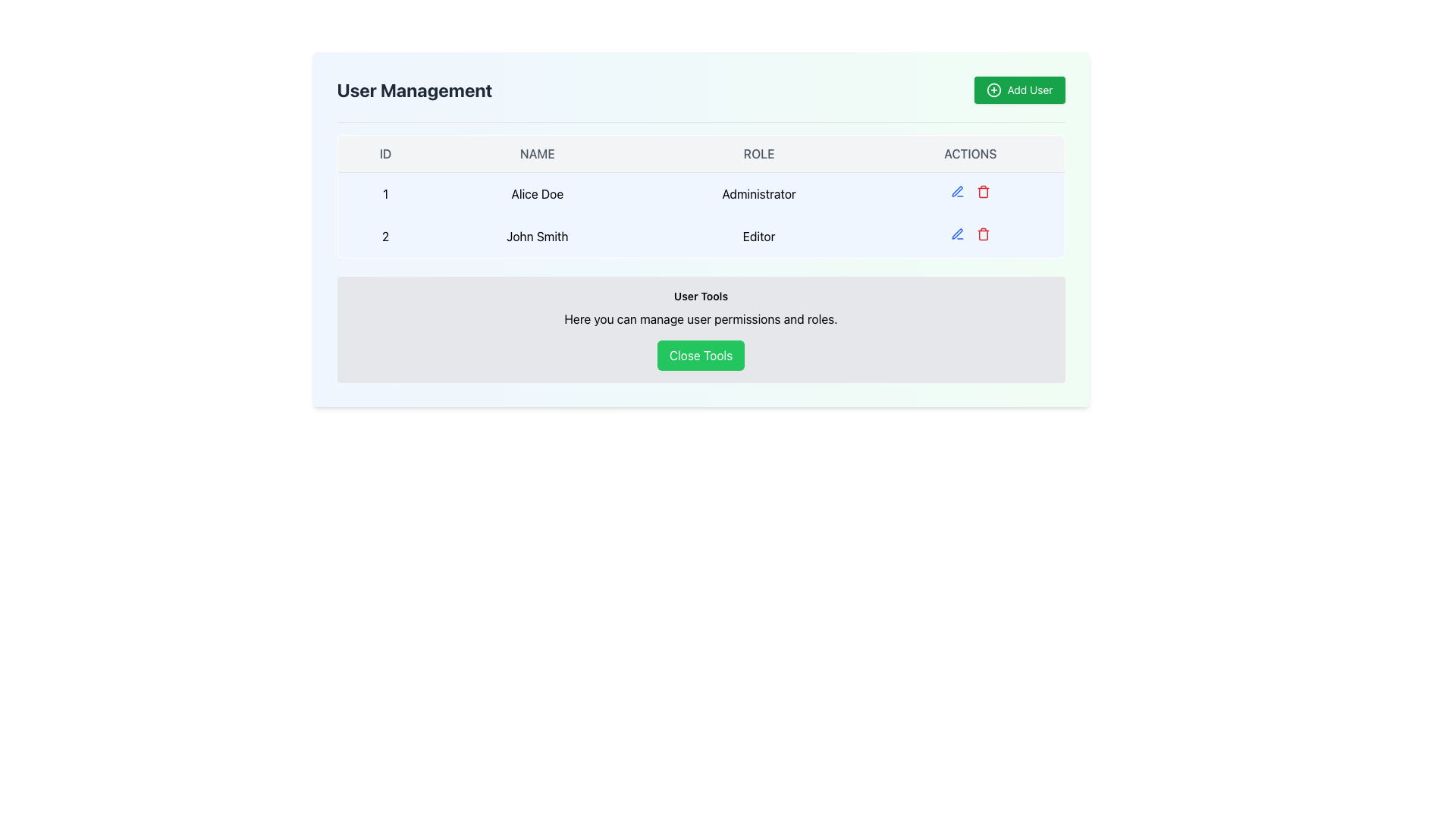 This screenshot has height=819, width=1456. I want to click on the close button located below the user permissions and roles description to change its color, so click(700, 356).